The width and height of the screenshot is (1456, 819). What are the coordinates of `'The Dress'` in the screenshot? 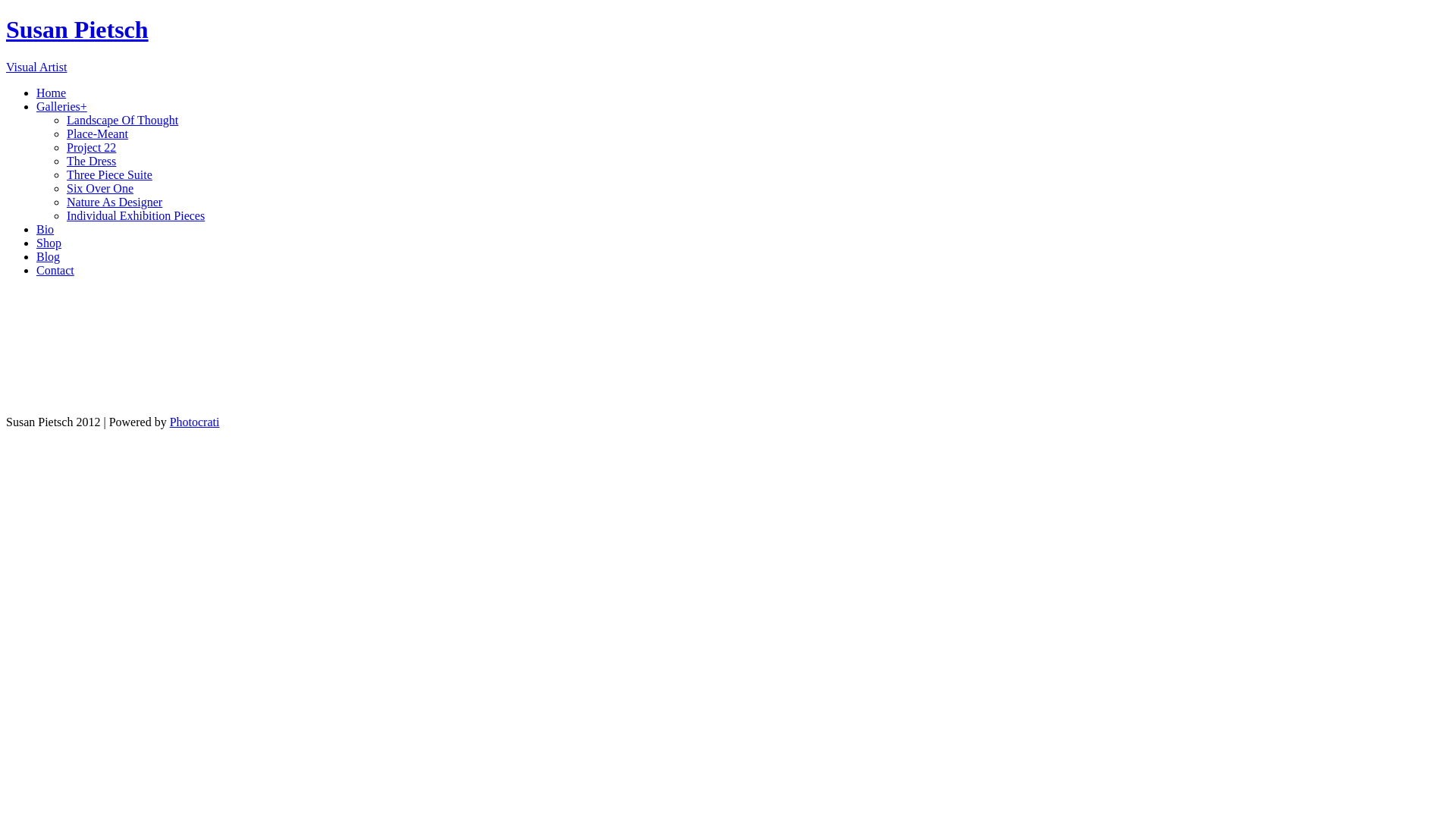 It's located at (65, 161).